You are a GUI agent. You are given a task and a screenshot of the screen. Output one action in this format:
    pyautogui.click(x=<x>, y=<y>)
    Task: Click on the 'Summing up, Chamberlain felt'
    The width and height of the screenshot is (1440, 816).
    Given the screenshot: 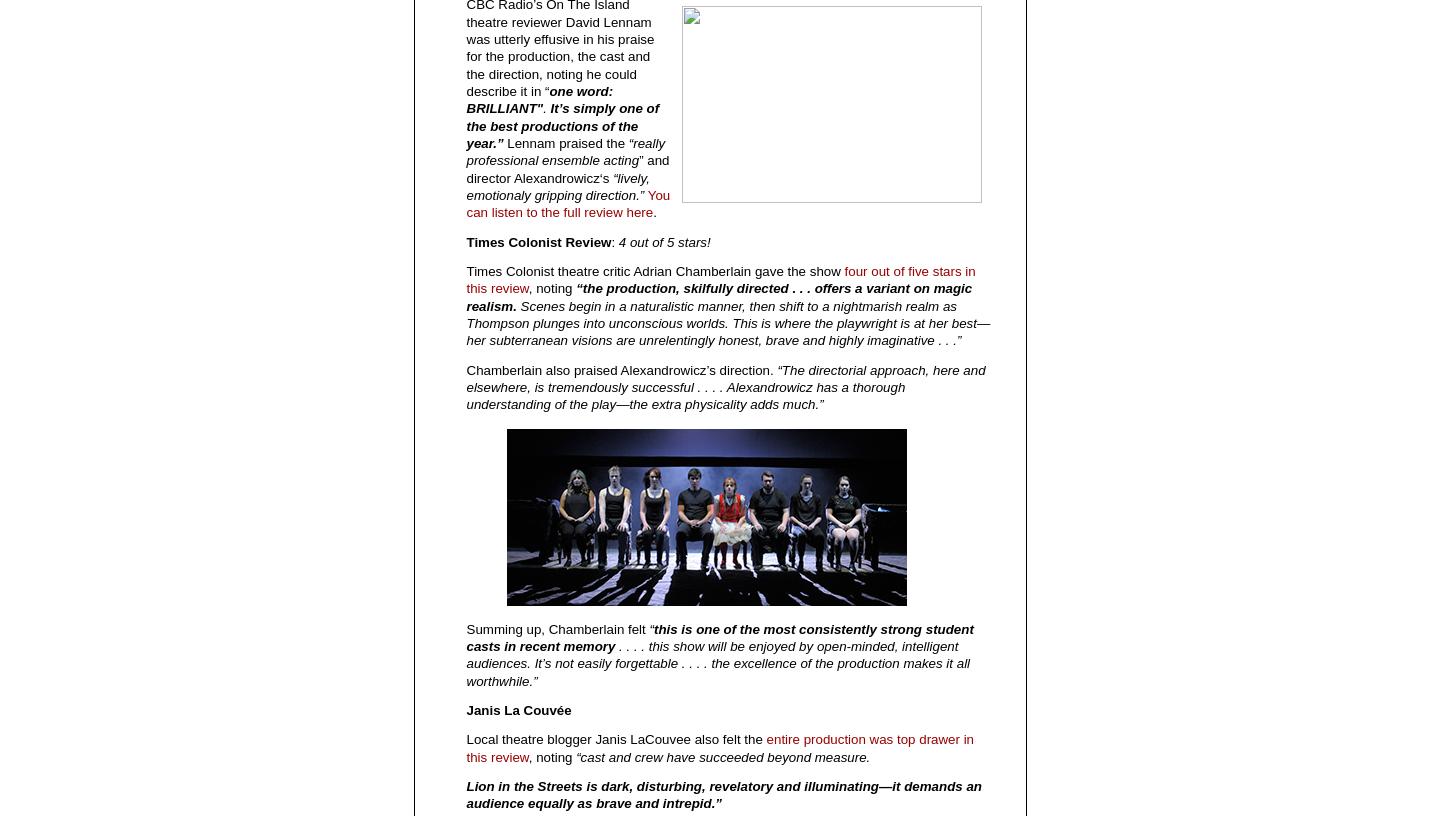 What is the action you would take?
    pyautogui.click(x=555, y=627)
    